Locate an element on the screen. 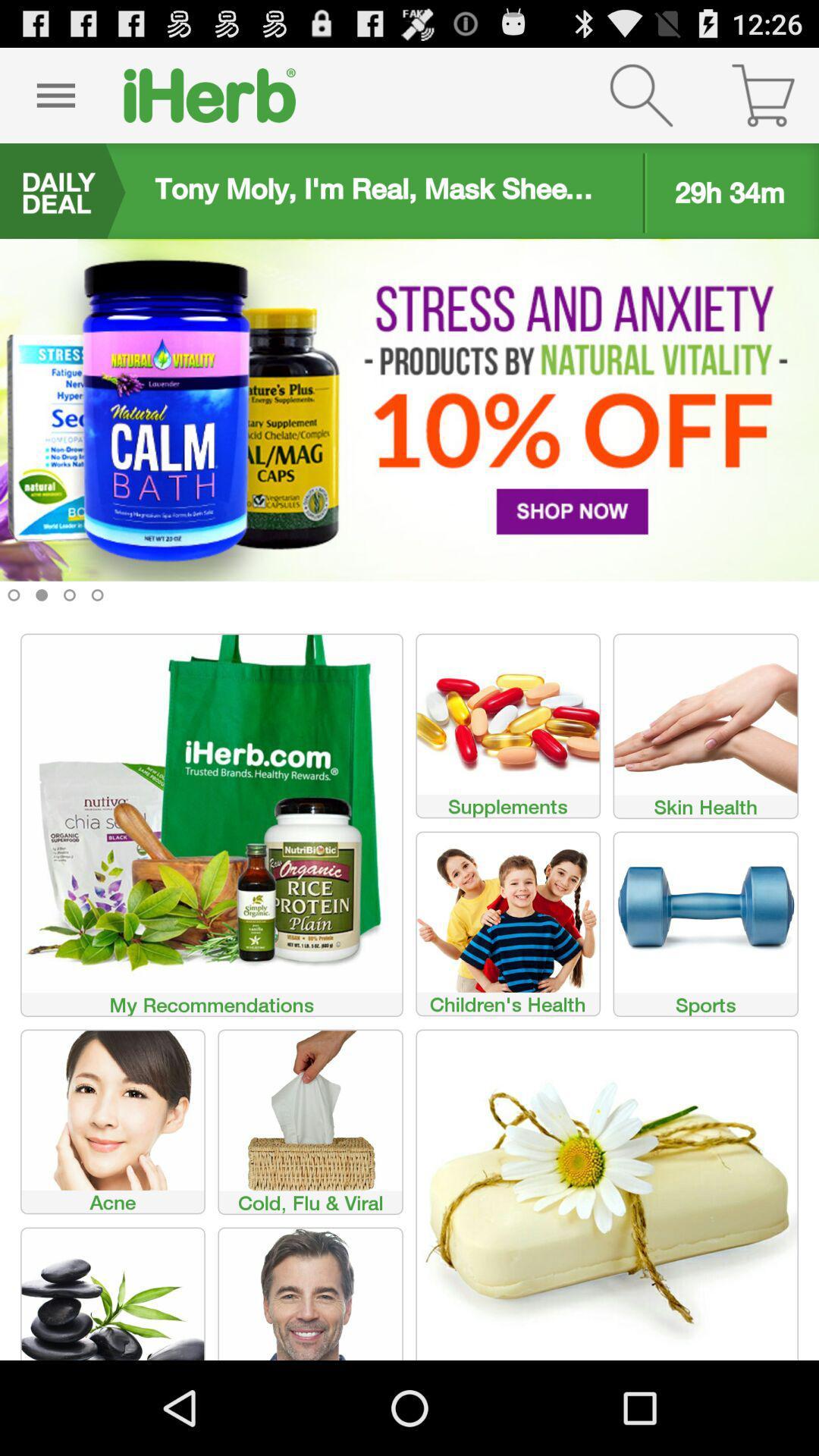 The image size is (819, 1456). go search is located at coordinates (641, 94).